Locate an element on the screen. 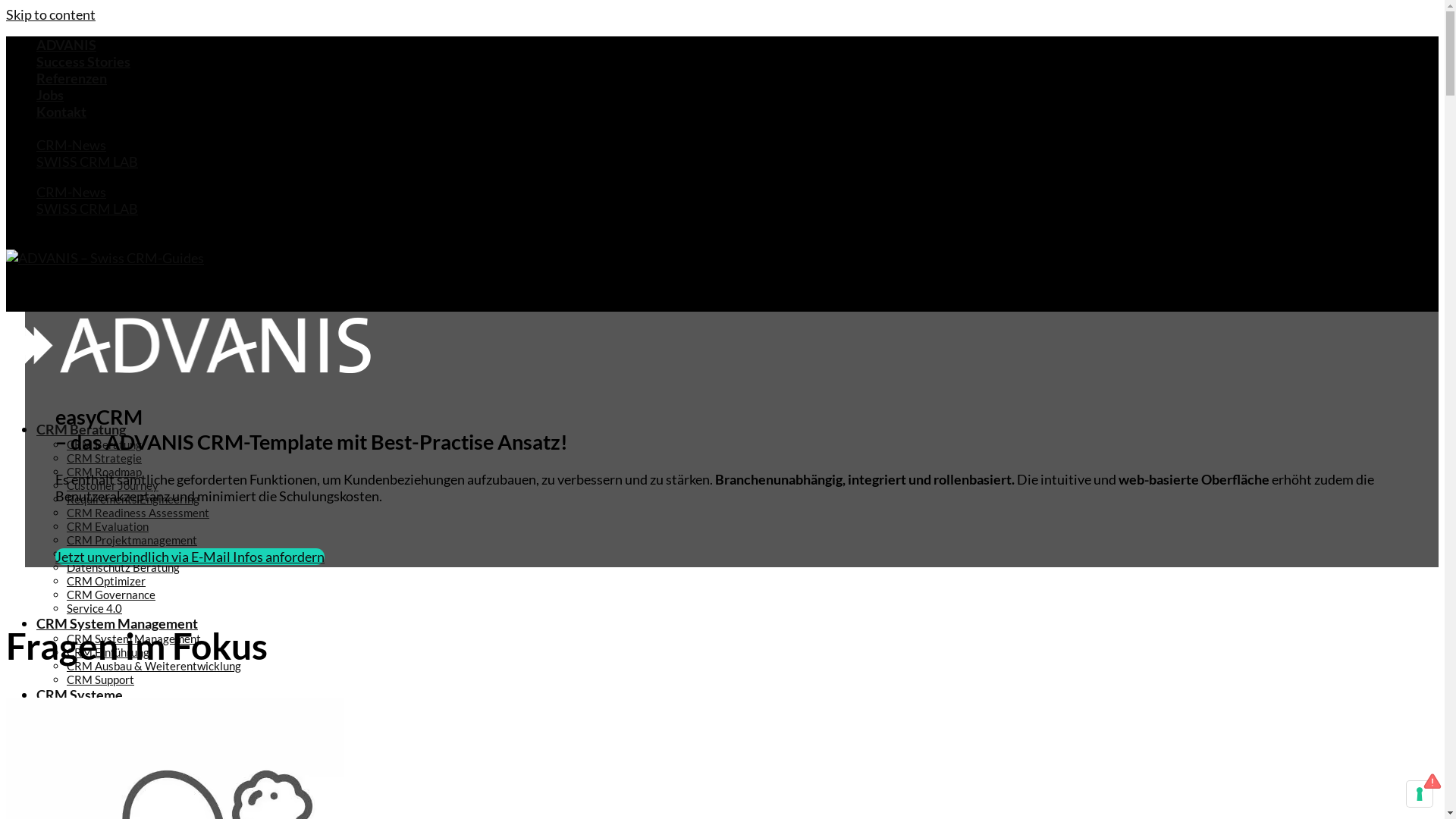 The width and height of the screenshot is (1456, 819). 'Referenzen' is located at coordinates (36, 78).